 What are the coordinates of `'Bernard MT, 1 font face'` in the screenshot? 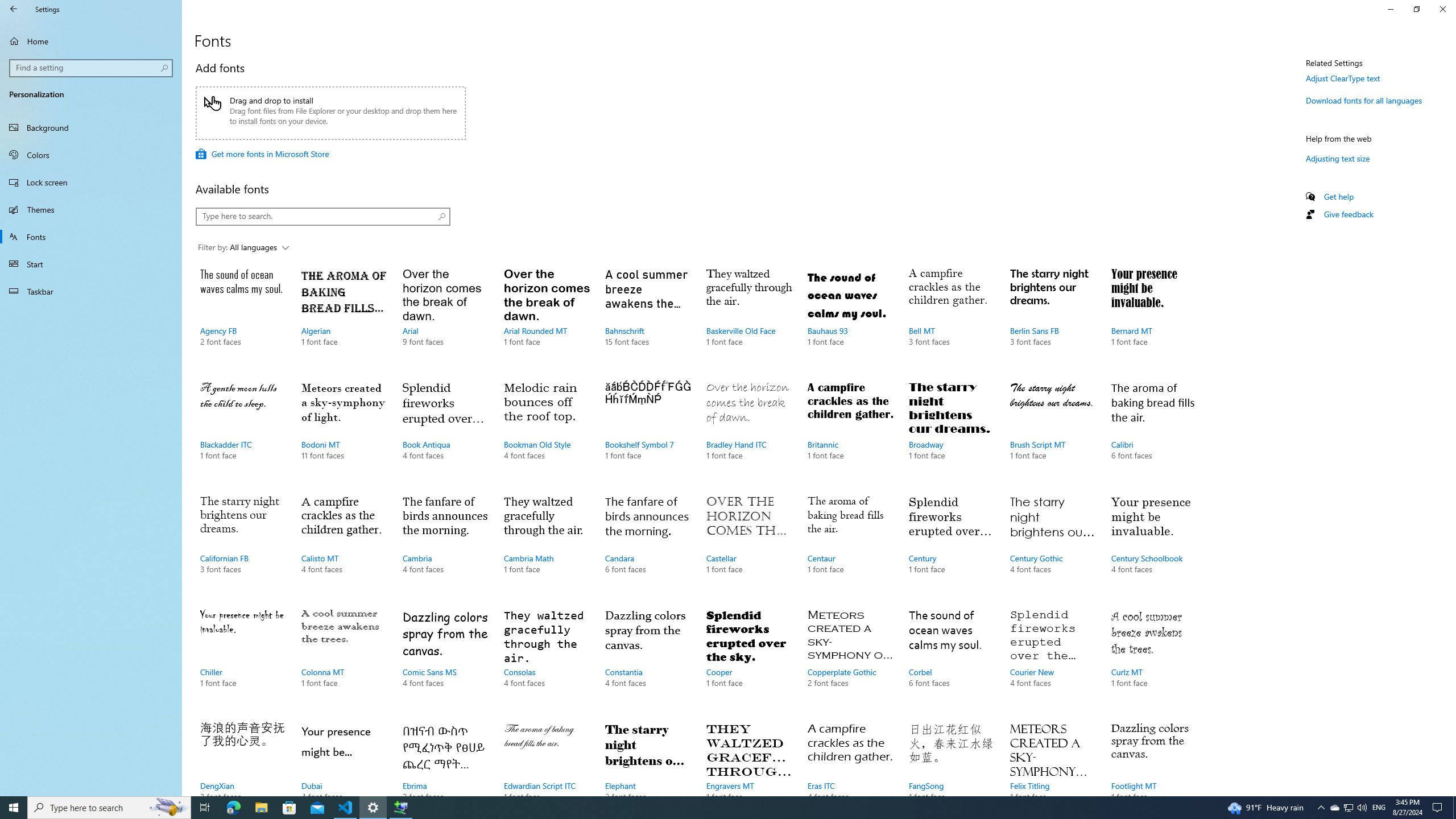 It's located at (1153, 318).